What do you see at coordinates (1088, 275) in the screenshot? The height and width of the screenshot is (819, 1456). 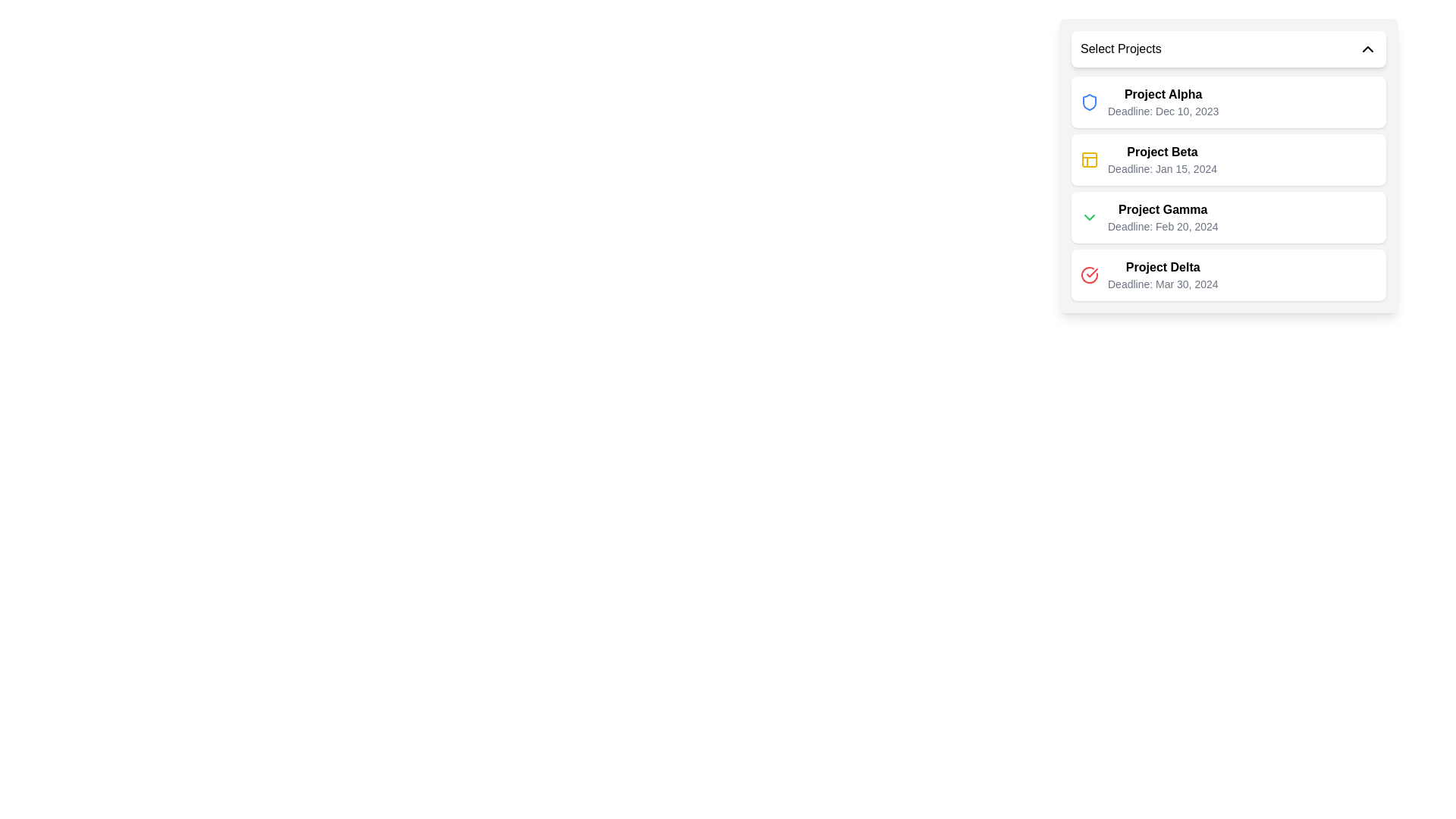 I see `the circular check icon representing the status of the 'Project Delta' entry in the graphical component` at bounding box center [1088, 275].